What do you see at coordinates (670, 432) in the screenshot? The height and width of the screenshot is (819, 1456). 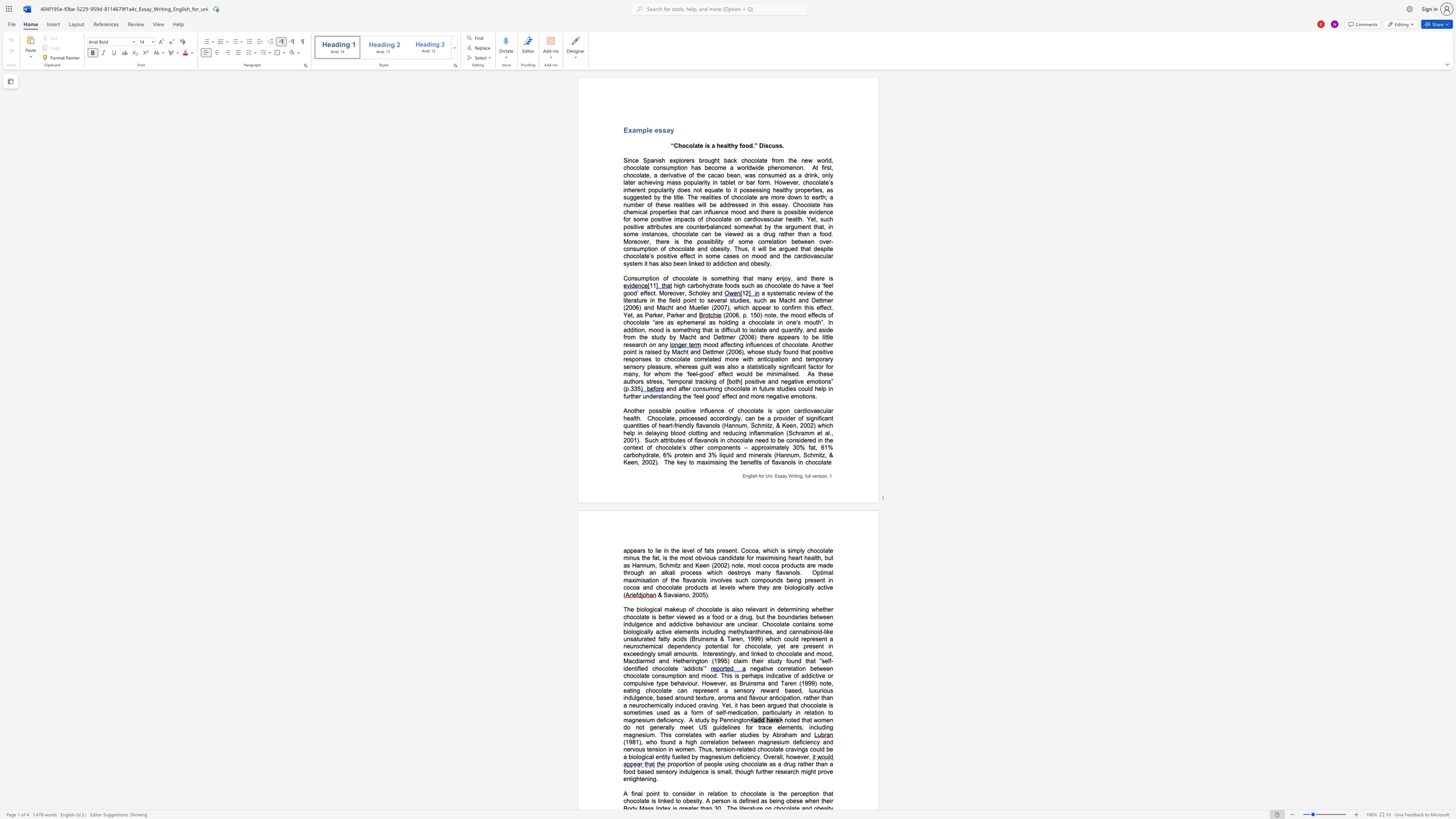 I see `the subset text "blood clotting and reducing inflammation" within the text "Chocolate, processed accordingly, can be a provider of significant quantities of heart-friendly flavanols (Hannum, Schmitz, & Keen, 2002) which help in delaying blood clotting and reducing inflammation (Schramm et al., 2001)"` at bounding box center [670, 432].